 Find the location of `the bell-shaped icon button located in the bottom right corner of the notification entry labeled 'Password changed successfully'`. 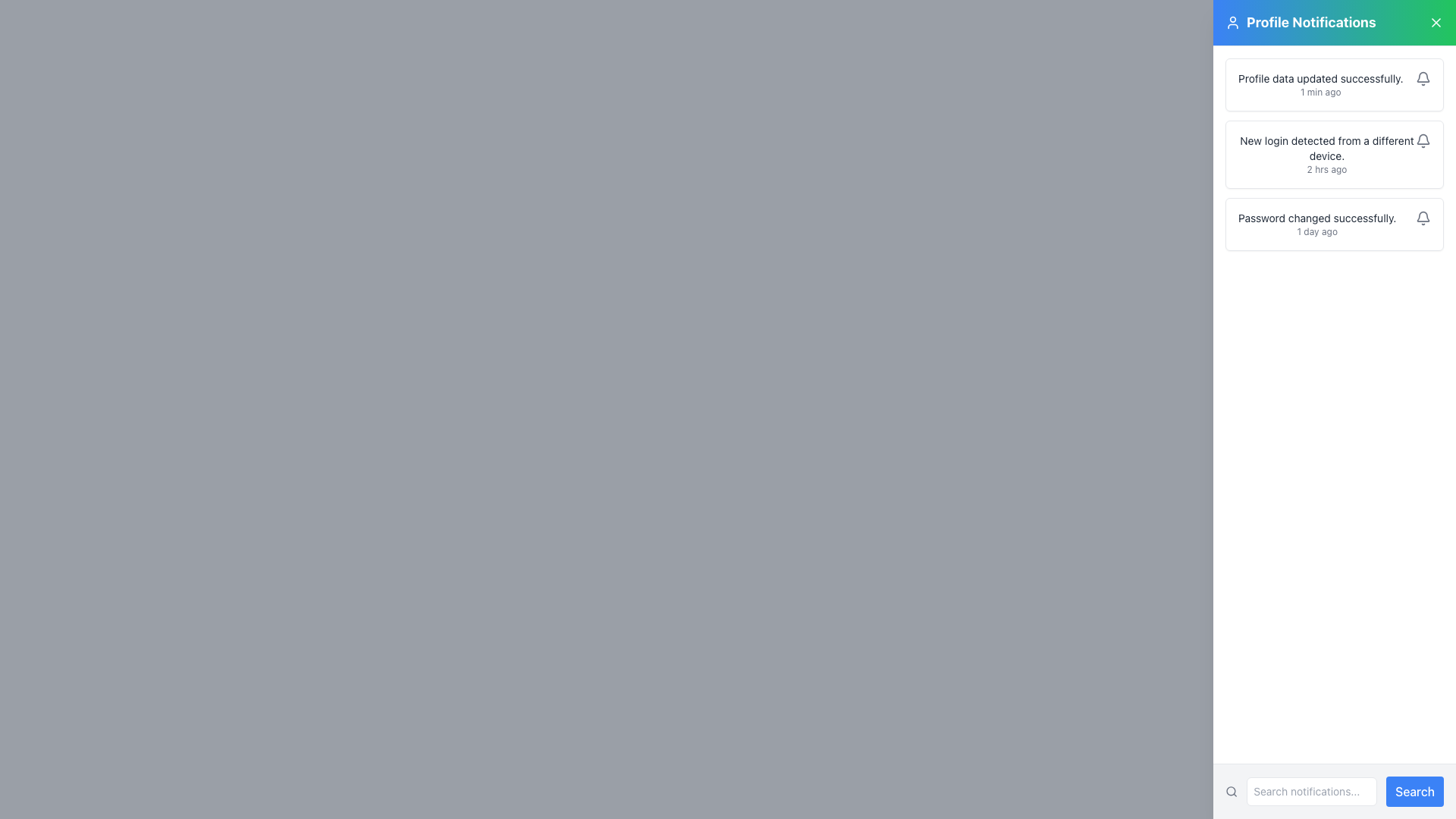

the bell-shaped icon button located in the bottom right corner of the notification entry labeled 'Password changed successfully' is located at coordinates (1422, 218).